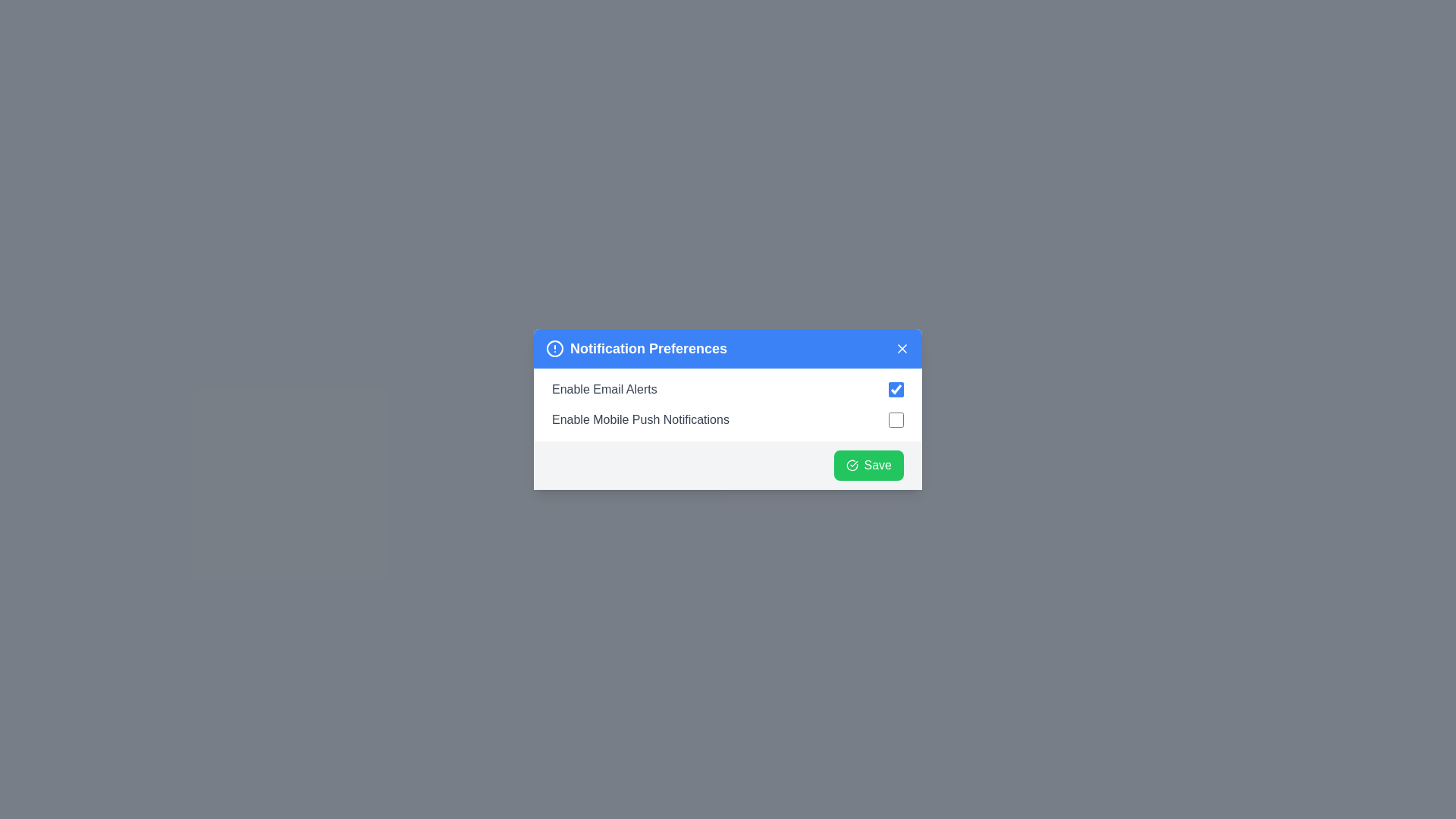 The image size is (1456, 819). What do you see at coordinates (902, 348) in the screenshot?
I see `the Close icon button located at the top-right corner of the 'Notification Preferences' dialog` at bounding box center [902, 348].